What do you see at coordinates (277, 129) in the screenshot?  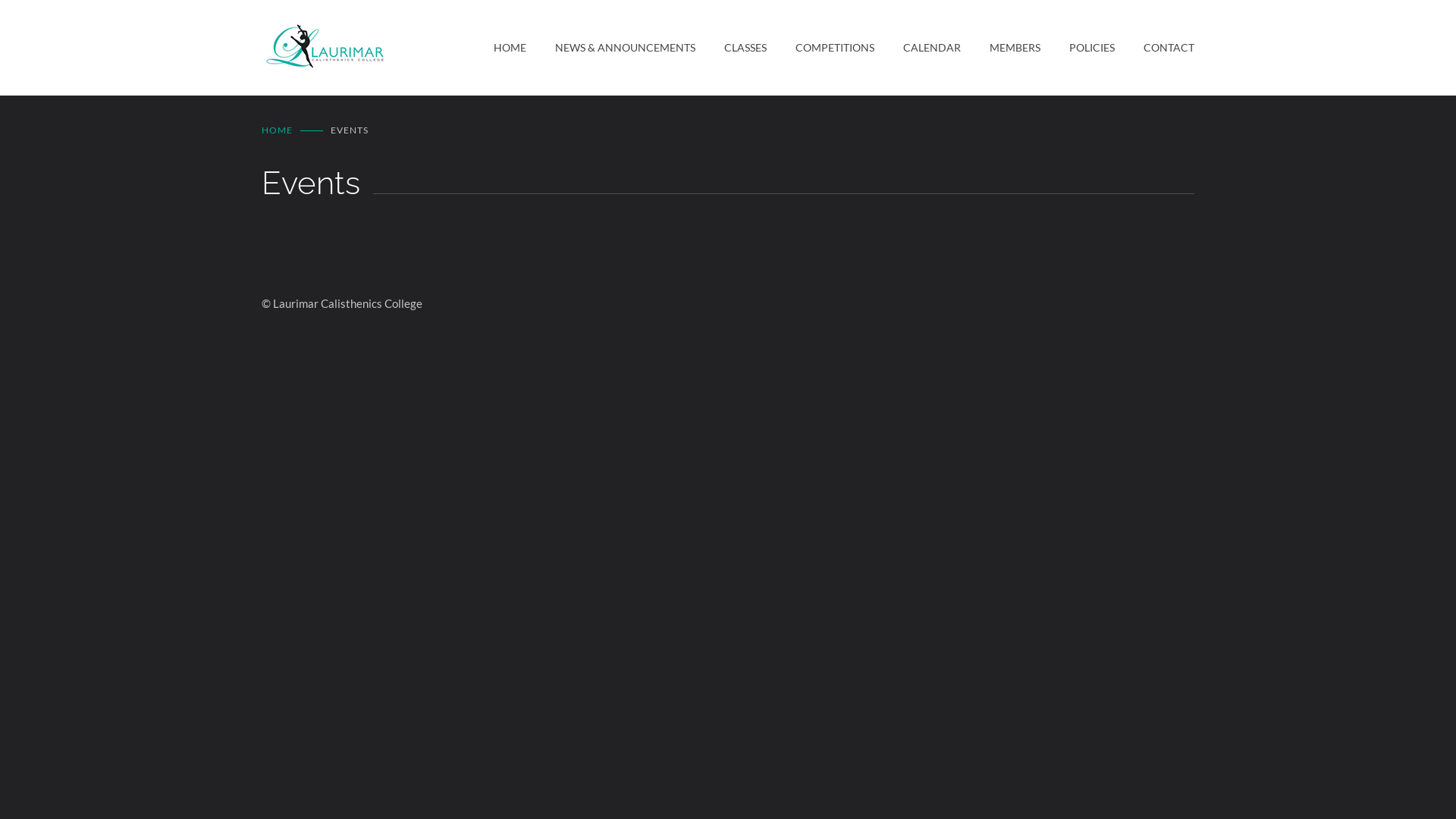 I see `'HOME'` at bounding box center [277, 129].